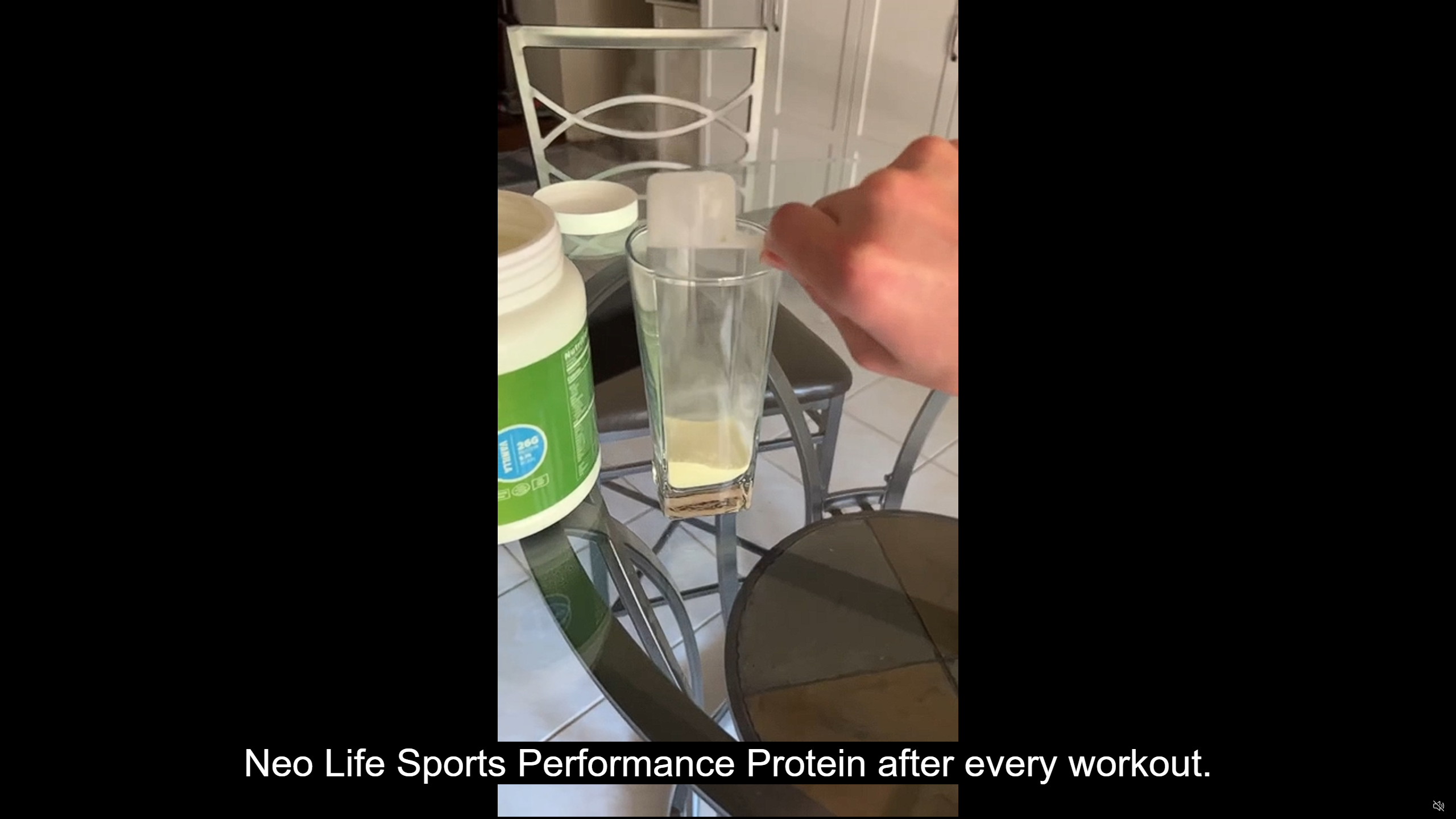 The height and width of the screenshot is (819, 1456). What do you see at coordinates (1371, 806) in the screenshot?
I see `'Quality Settings'` at bounding box center [1371, 806].